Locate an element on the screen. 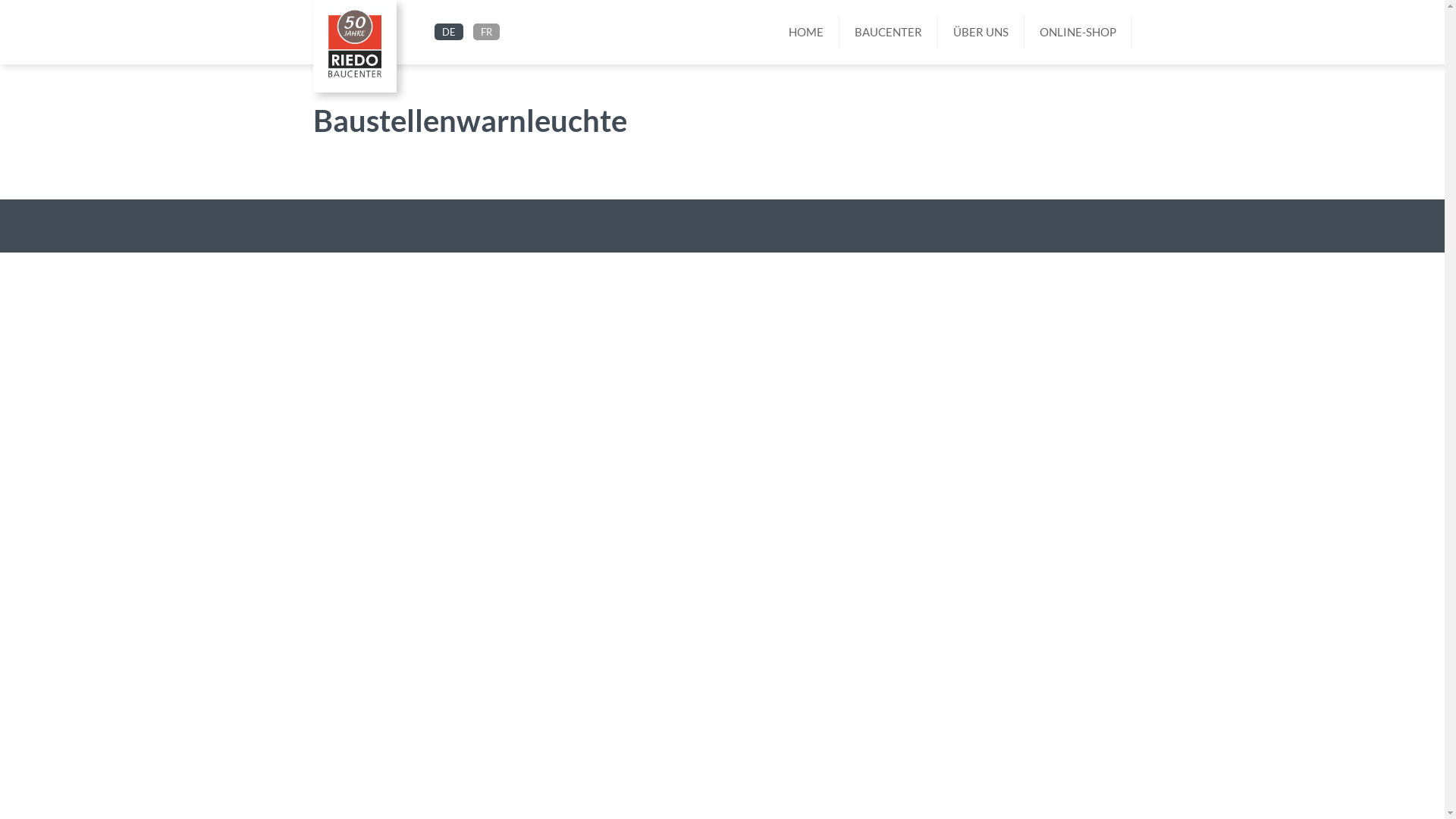  'HOME' is located at coordinates (773, 32).